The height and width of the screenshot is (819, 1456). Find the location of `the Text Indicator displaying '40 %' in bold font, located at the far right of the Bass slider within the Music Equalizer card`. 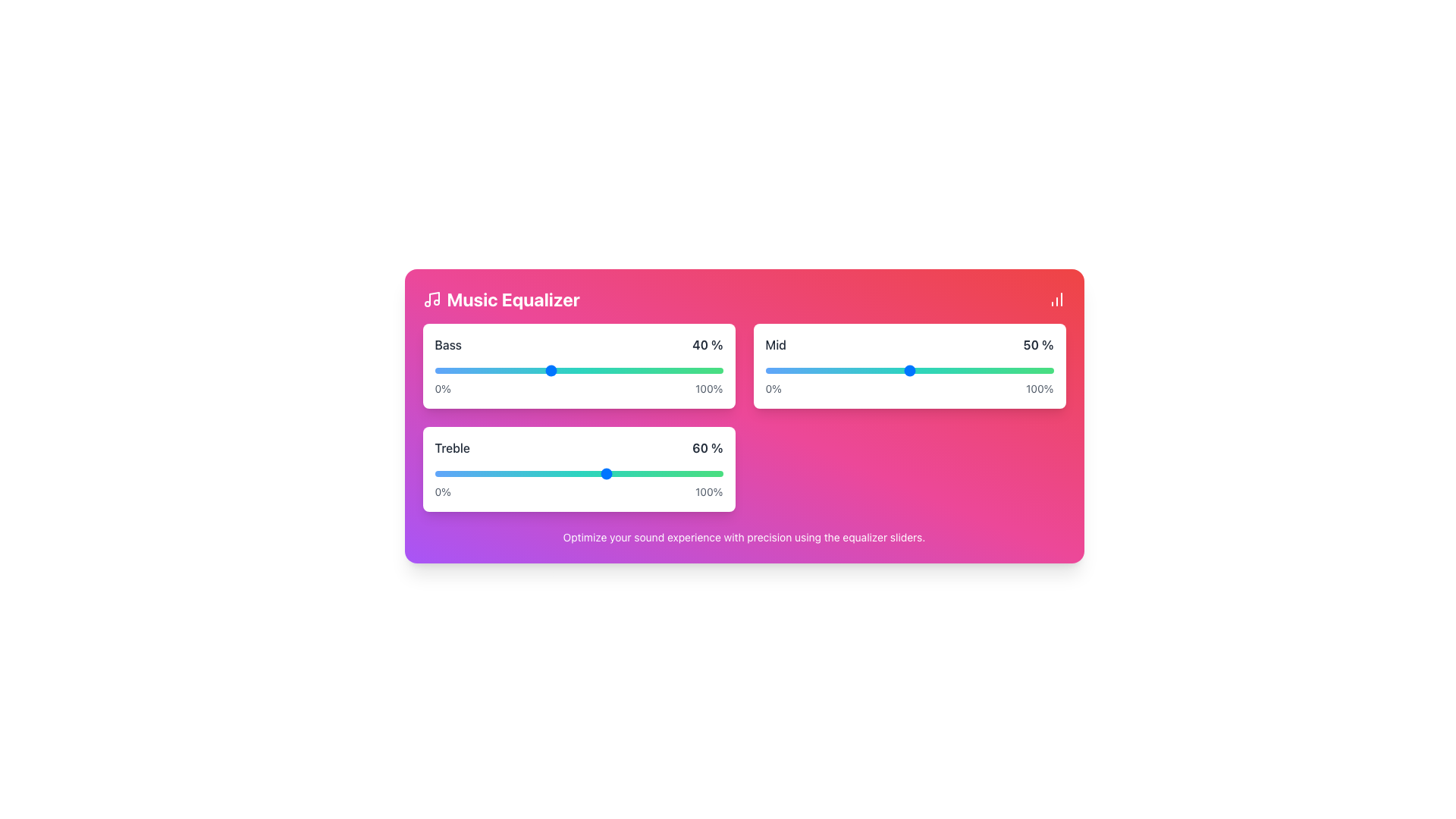

the Text Indicator displaying '40 %' in bold font, located at the far right of the Bass slider within the Music Equalizer card is located at coordinates (707, 345).